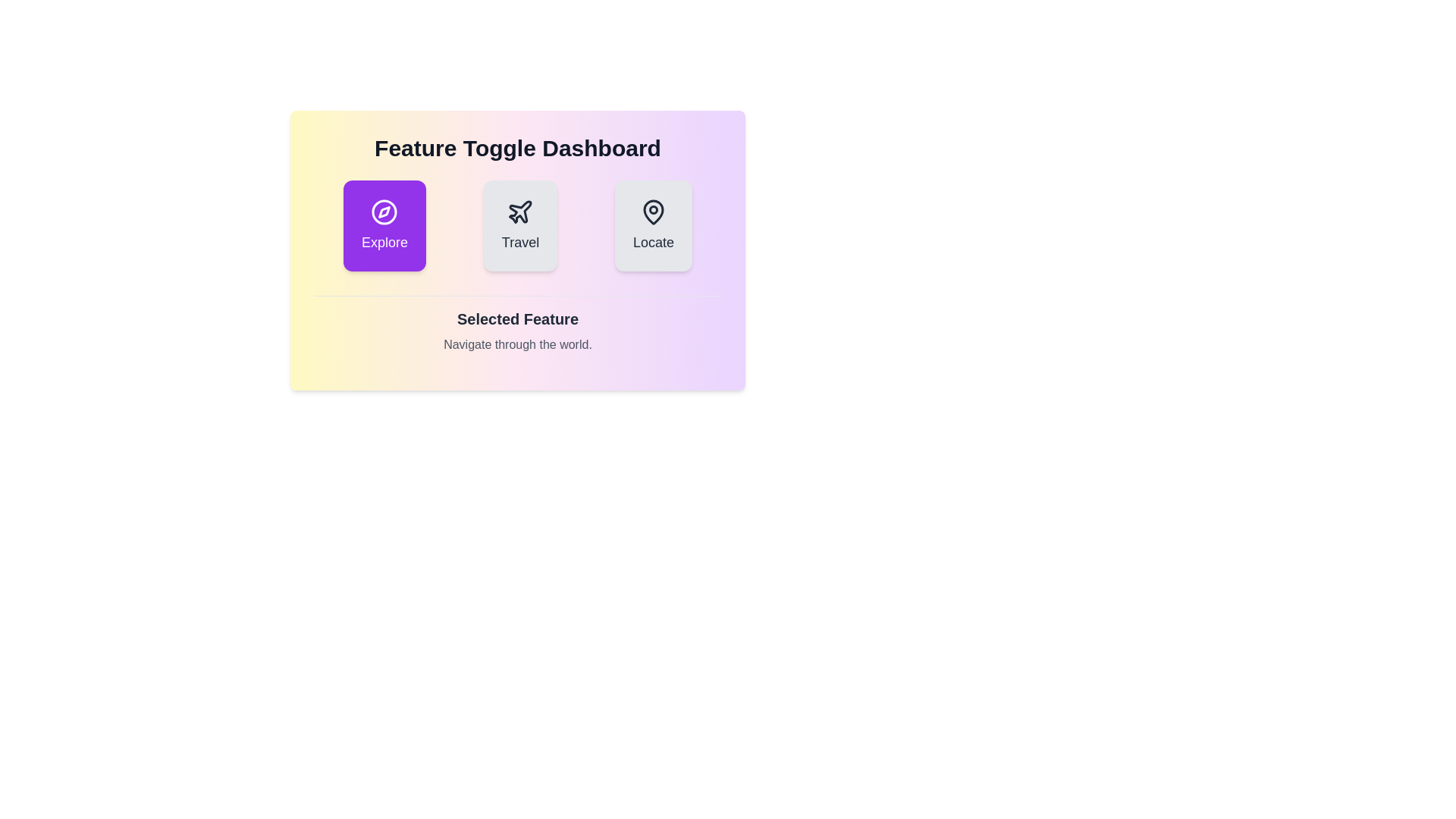 Image resolution: width=1456 pixels, height=819 pixels. I want to click on the button corresponding to the feature Locate, so click(654, 225).